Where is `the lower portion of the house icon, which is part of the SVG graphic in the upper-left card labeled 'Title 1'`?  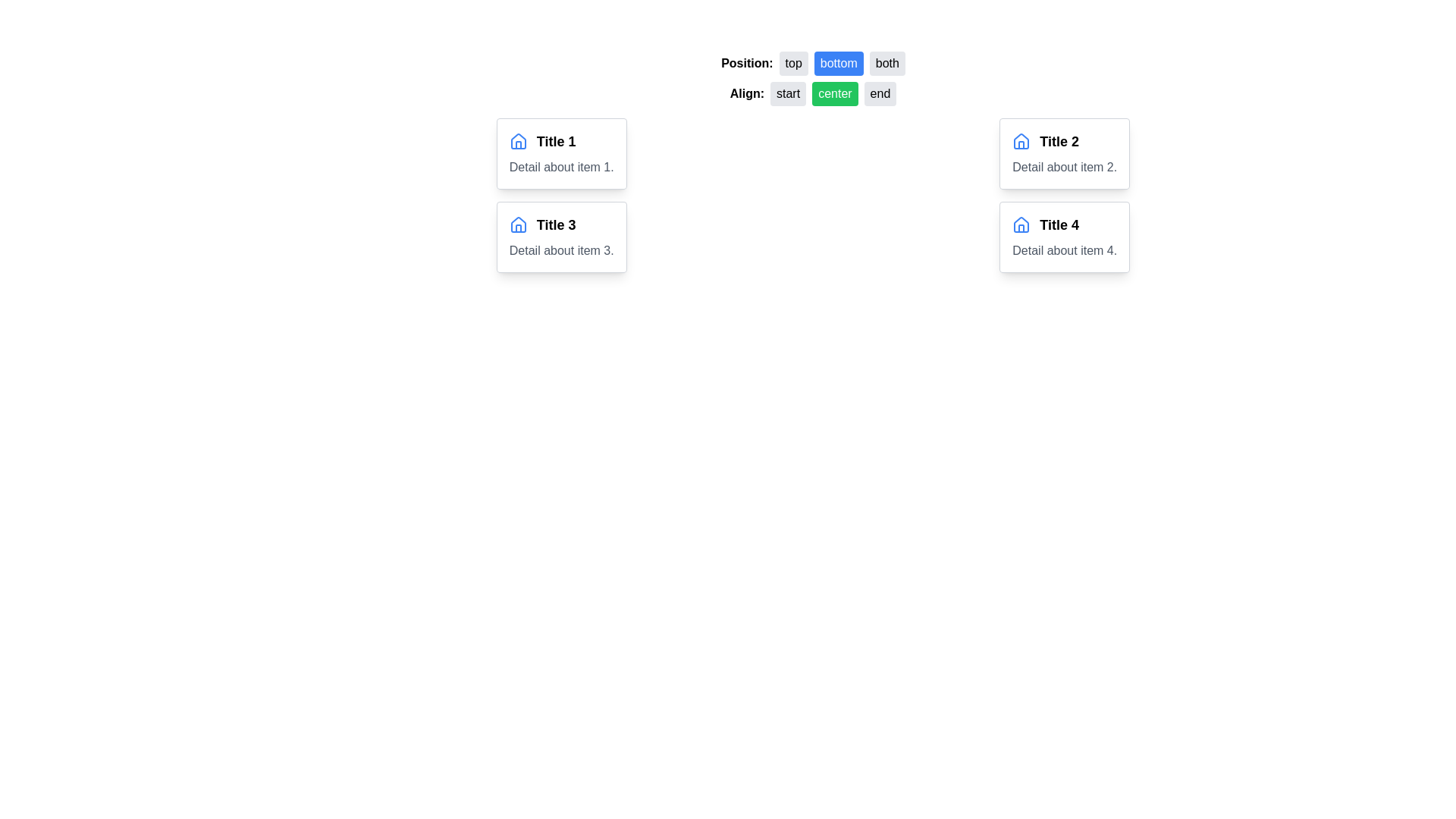
the lower portion of the house icon, which is part of the SVG graphic in the upper-left card labeled 'Title 1' is located at coordinates (1021, 228).